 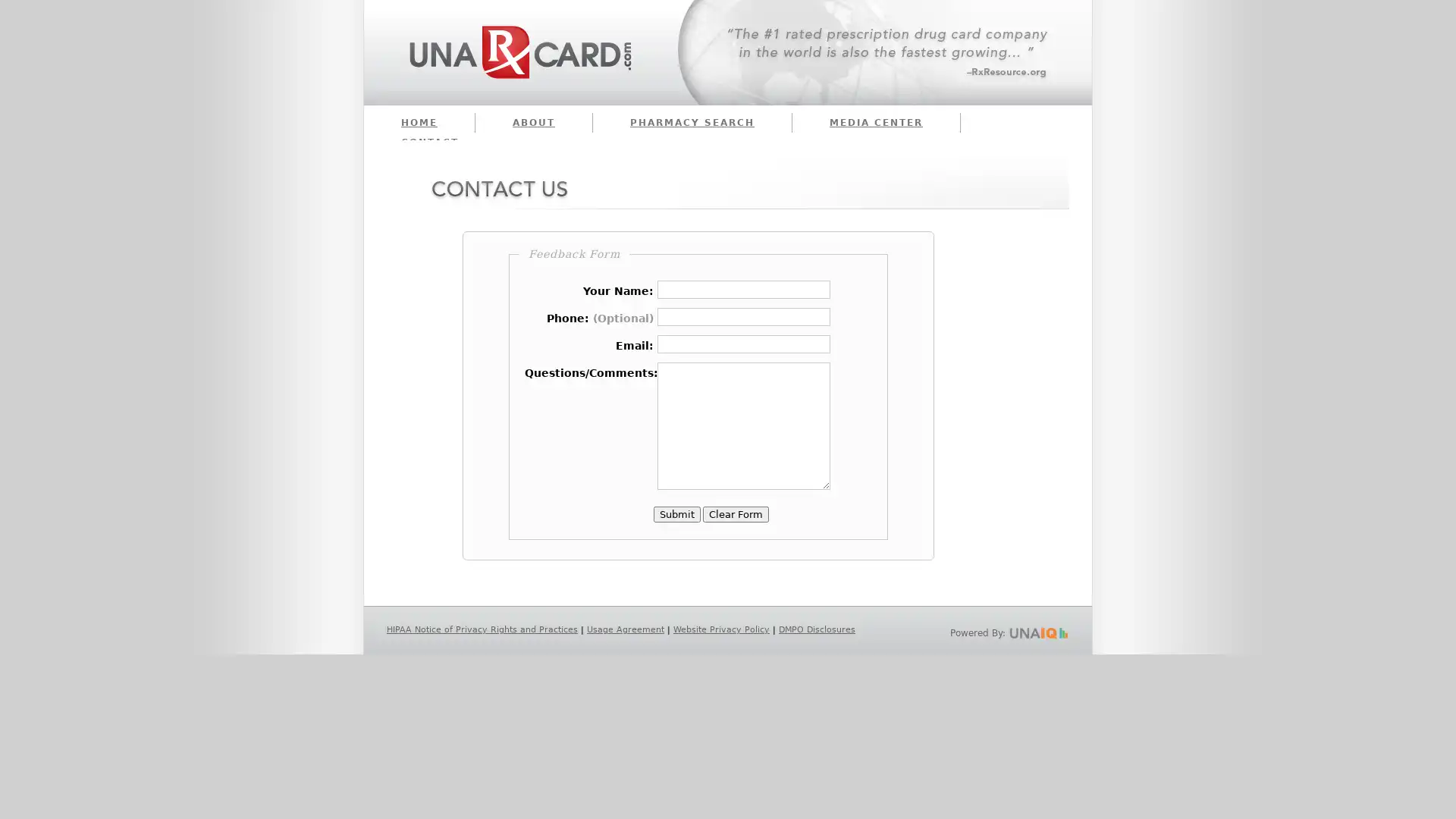 I want to click on Clear Form, so click(x=736, y=513).